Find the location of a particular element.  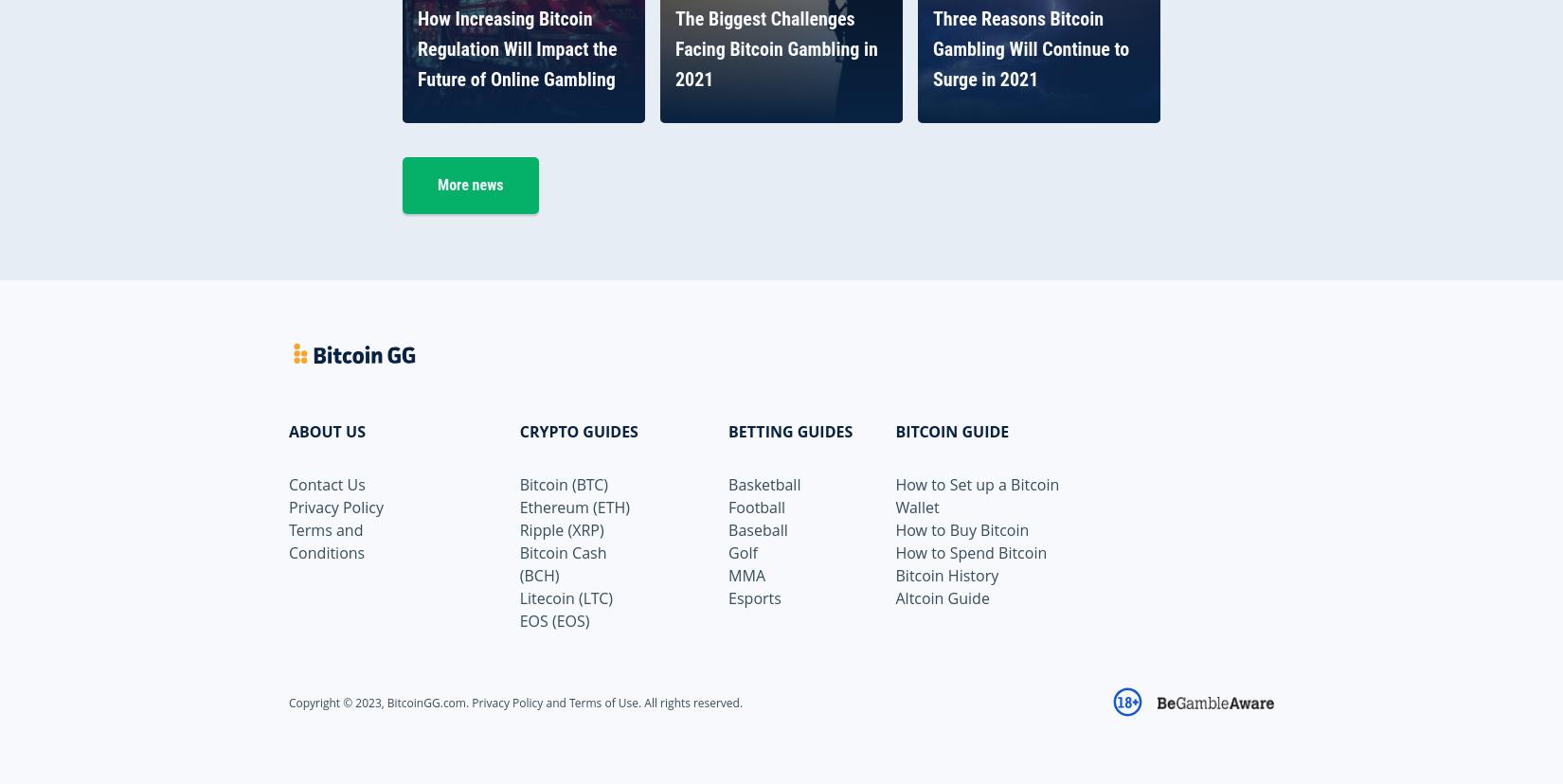

'Football' is located at coordinates (728, 505).